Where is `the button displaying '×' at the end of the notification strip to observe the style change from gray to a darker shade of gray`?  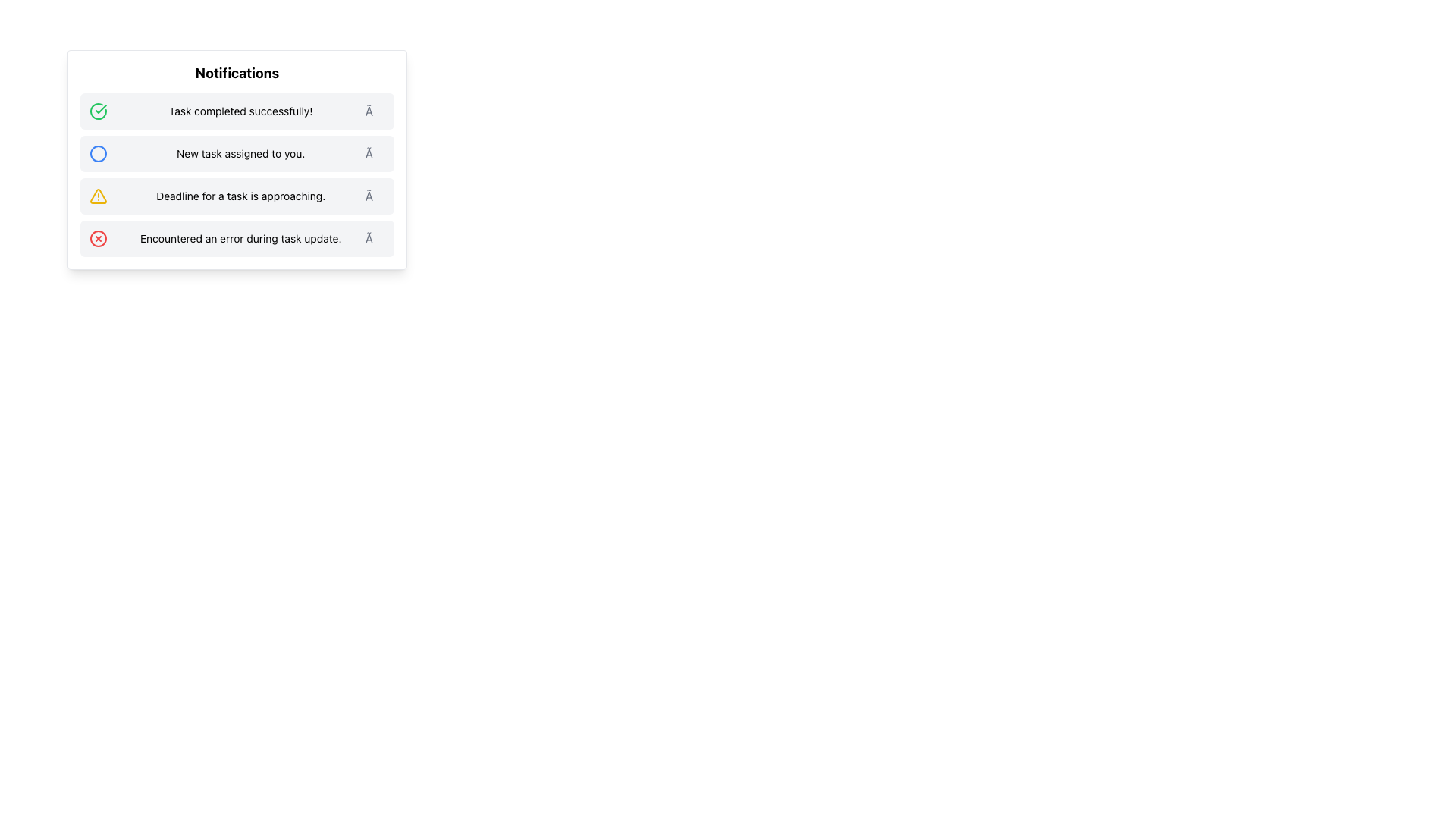 the button displaying '×' at the end of the notification strip to observe the style change from gray to a darker shade of gray is located at coordinates (375, 154).